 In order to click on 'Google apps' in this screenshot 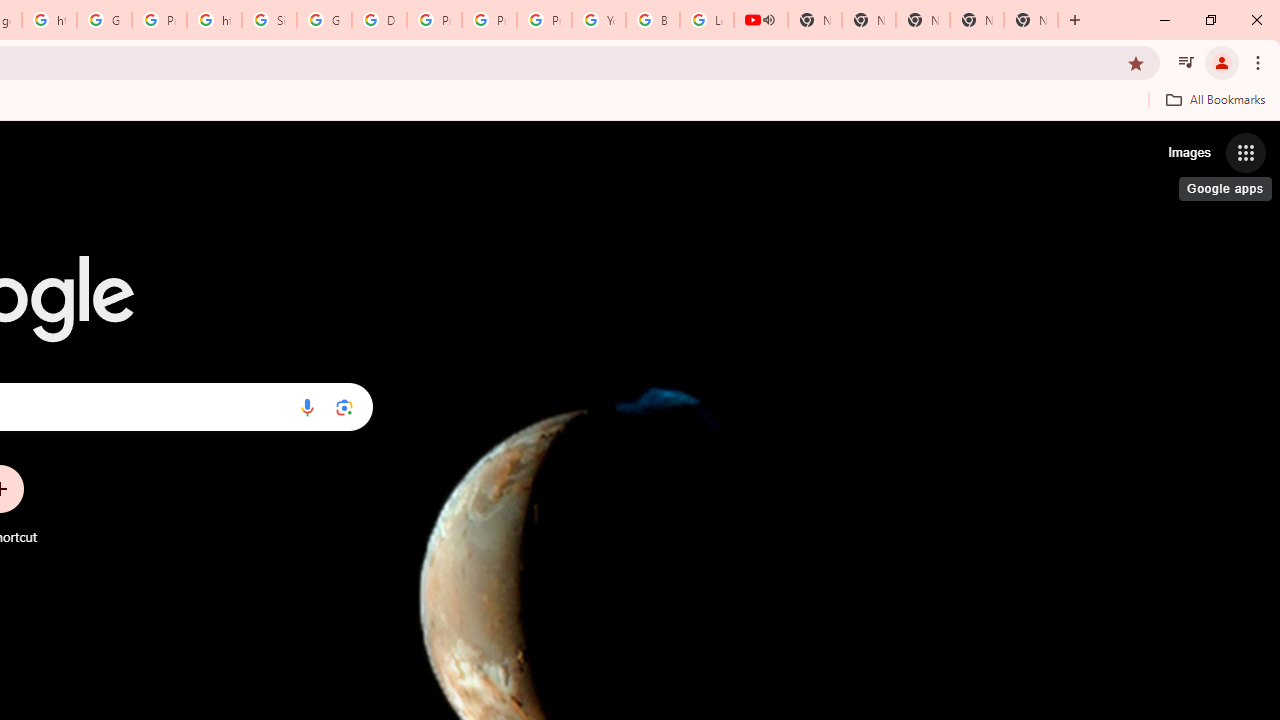, I will do `click(1245, 152)`.